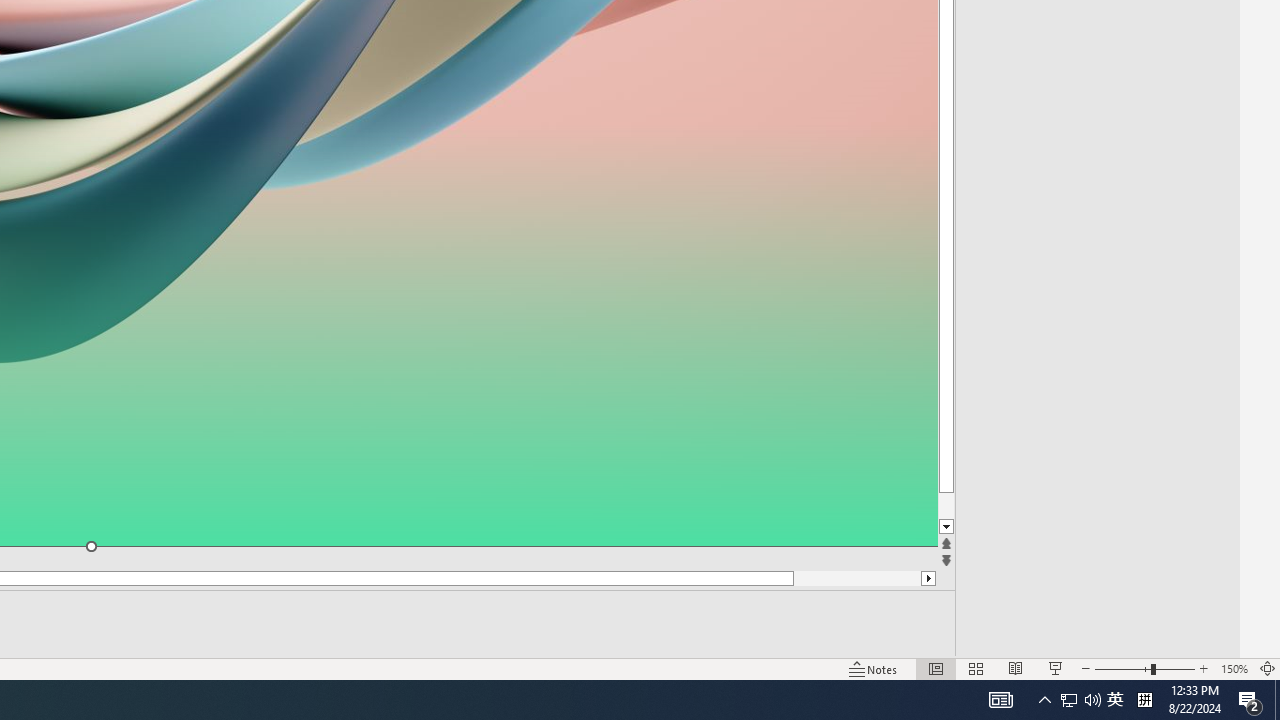 The height and width of the screenshot is (720, 1280). Describe the element at coordinates (1233, 669) in the screenshot. I see `'Zoom 150%'` at that location.